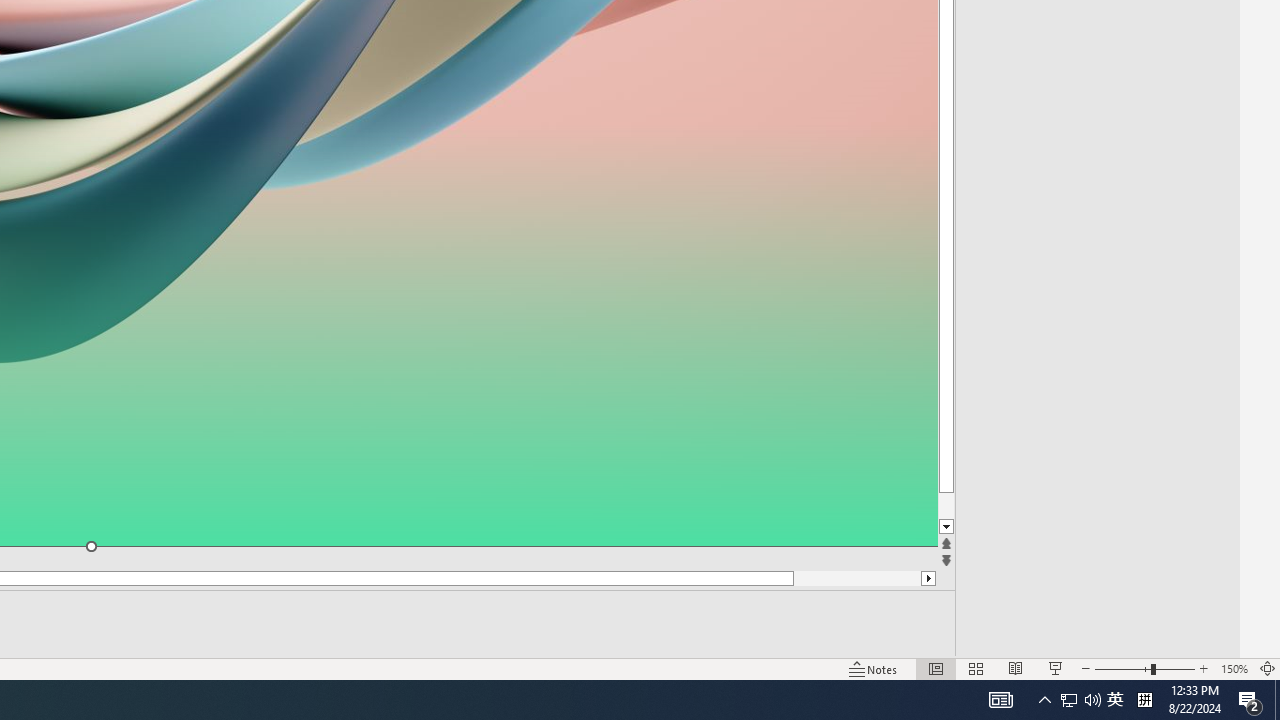 The height and width of the screenshot is (720, 1280). Describe the element at coordinates (1233, 669) in the screenshot. I see `'Zoom 150%'` at that location.